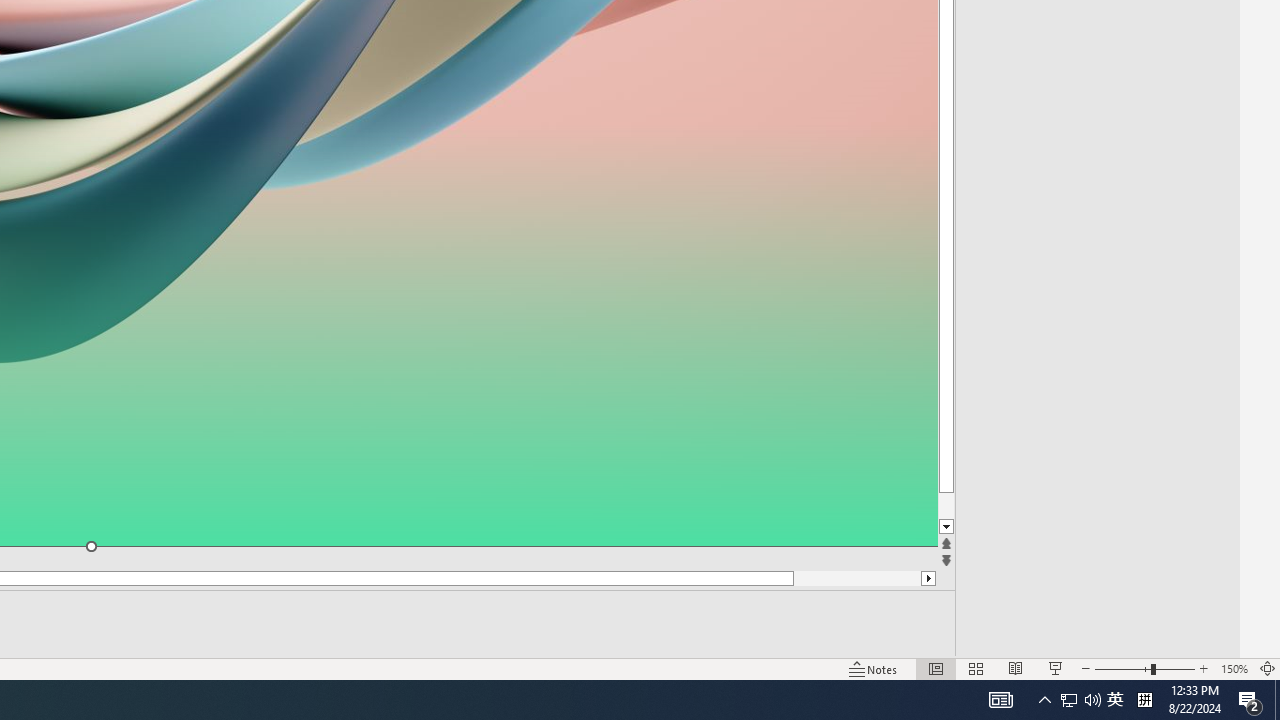 The height and width of the screenshot is (720, 1280). Describe the element at coordinates (1233, 669) in the screenshot. I see `'Zoom 150%'` at that location.